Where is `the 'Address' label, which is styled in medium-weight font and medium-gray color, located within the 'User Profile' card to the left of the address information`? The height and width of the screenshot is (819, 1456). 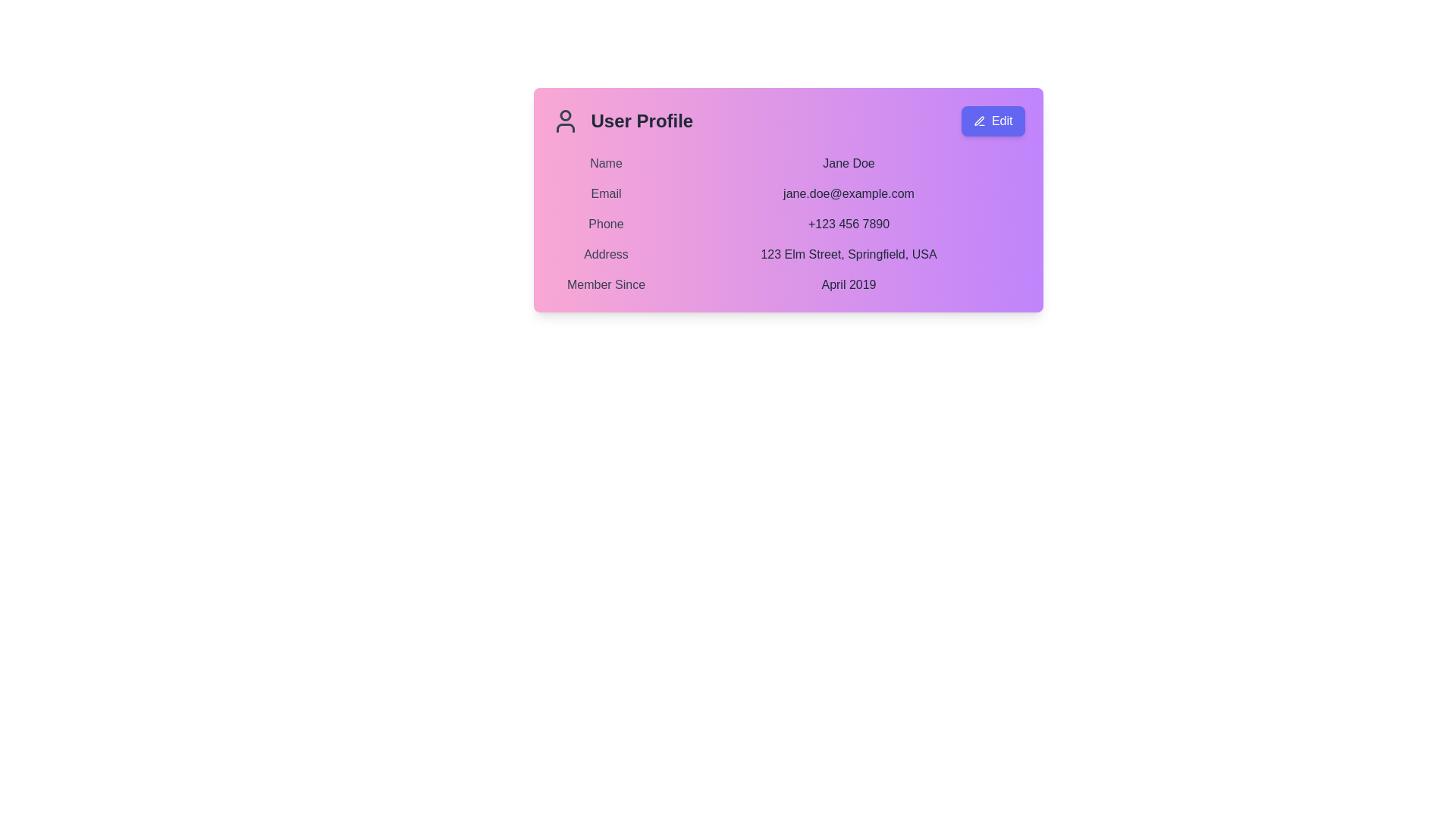
the 'Address' label, which is styled in medium-weight font and medium-gray color, located within the 'User Profile' card to the left of the address information is located at coordinates (605, 253).